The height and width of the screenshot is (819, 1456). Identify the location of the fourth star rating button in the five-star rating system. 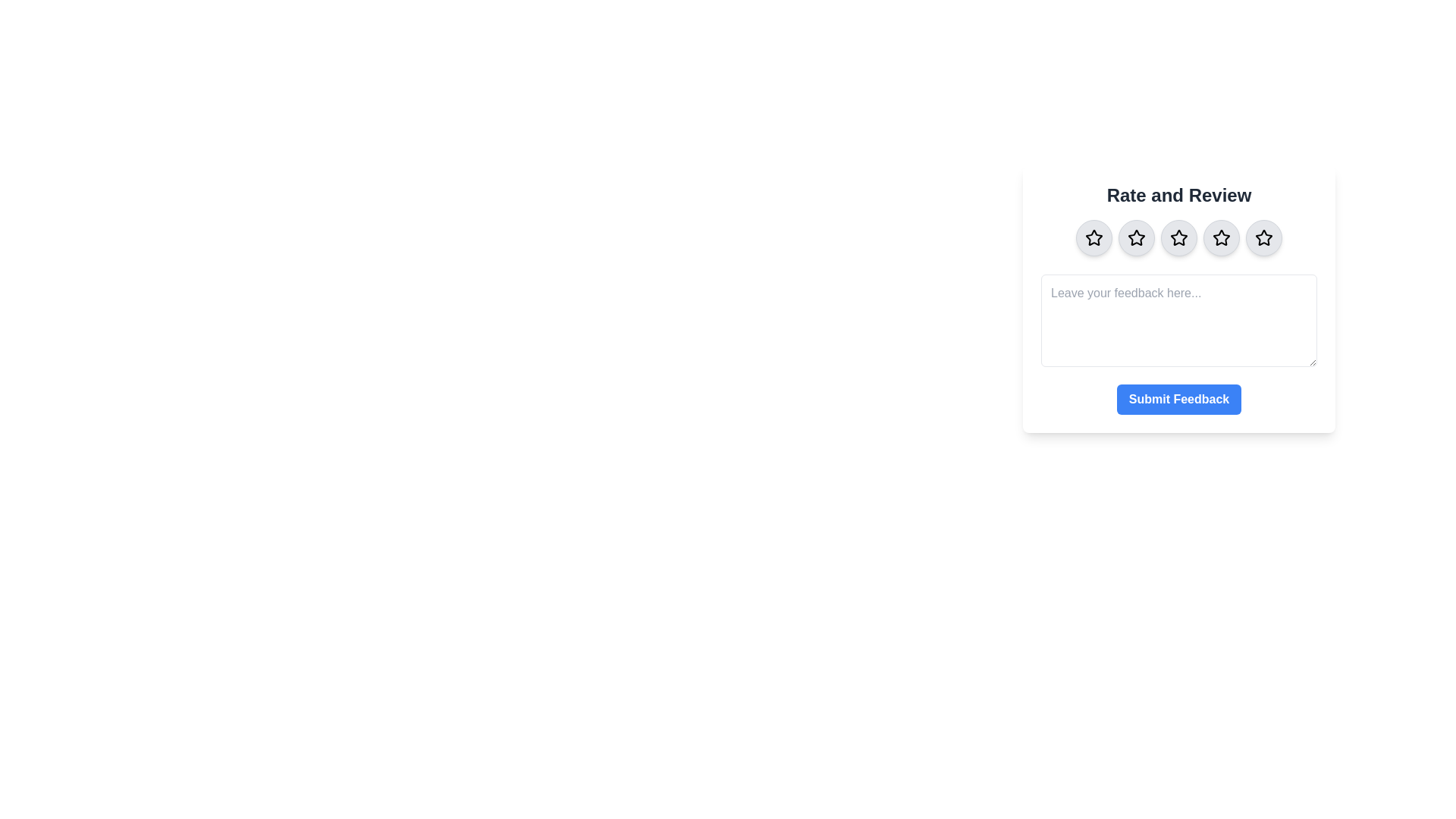
(1222, 237).